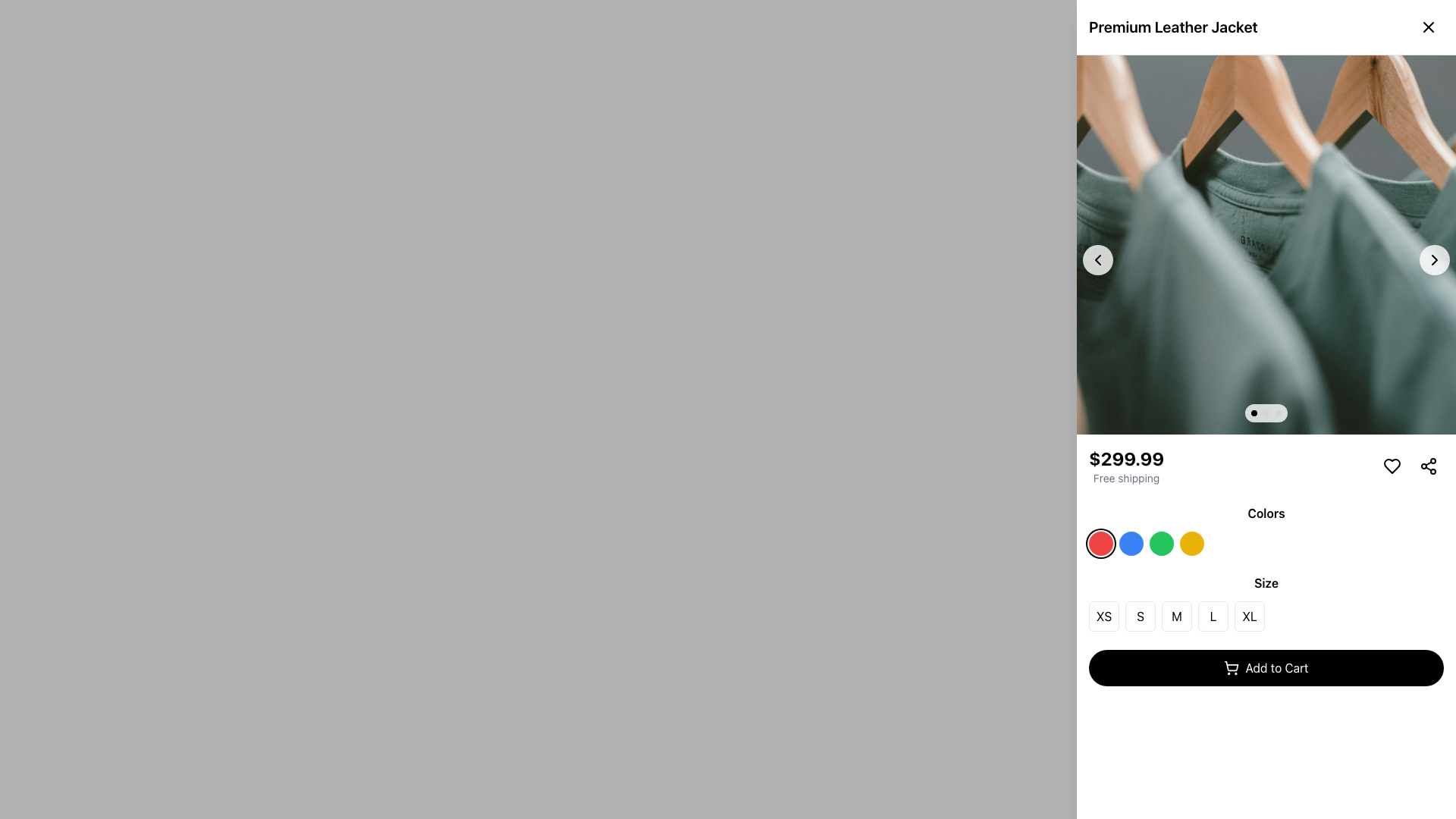  What do you see at coordinates (1266, 413) in the screenshot?
I see `the second dot in the page indicator` at bounding box center [1266, 413].